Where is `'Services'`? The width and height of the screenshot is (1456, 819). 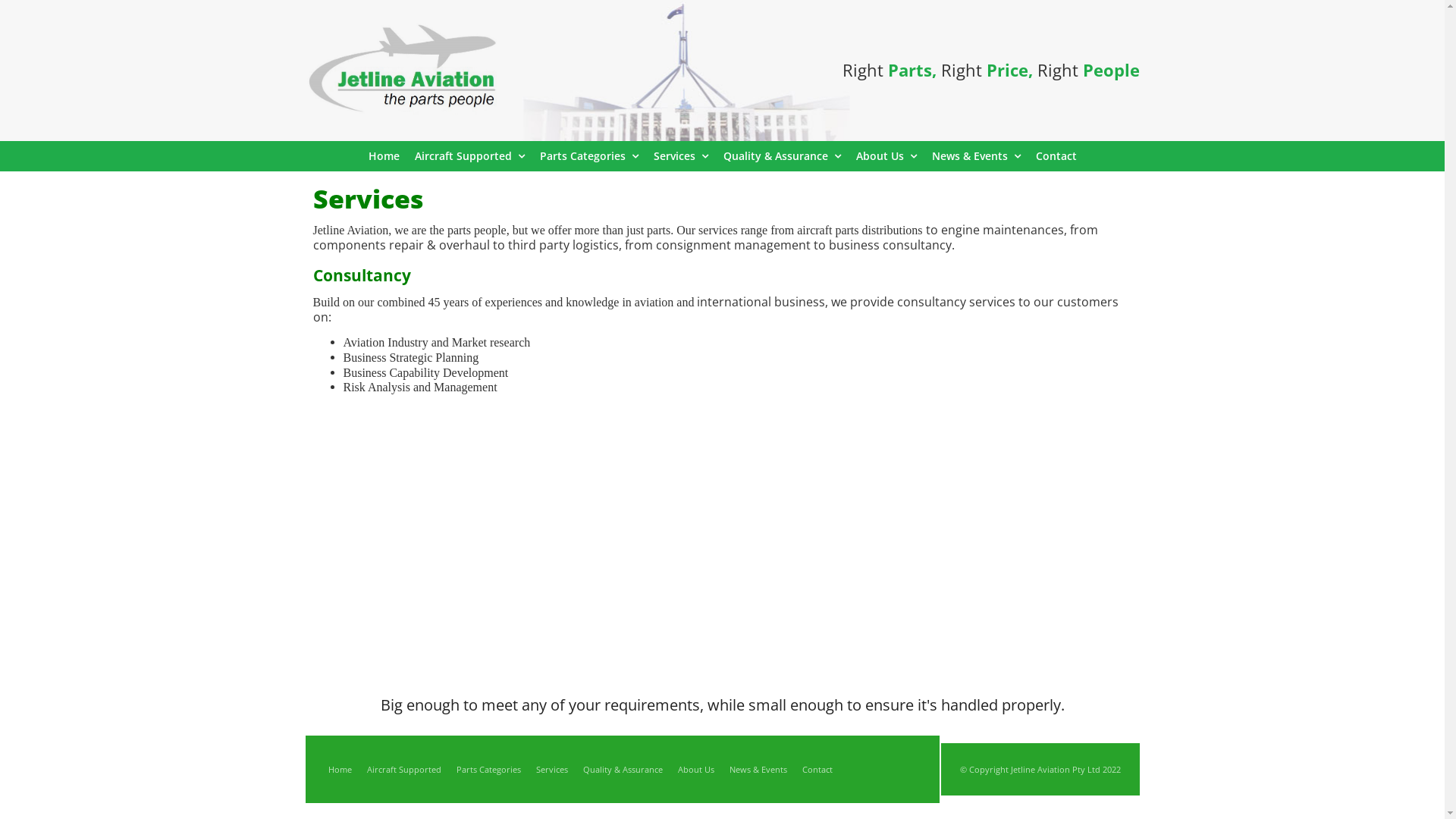
'Services' is located at coordinates (679, 155).